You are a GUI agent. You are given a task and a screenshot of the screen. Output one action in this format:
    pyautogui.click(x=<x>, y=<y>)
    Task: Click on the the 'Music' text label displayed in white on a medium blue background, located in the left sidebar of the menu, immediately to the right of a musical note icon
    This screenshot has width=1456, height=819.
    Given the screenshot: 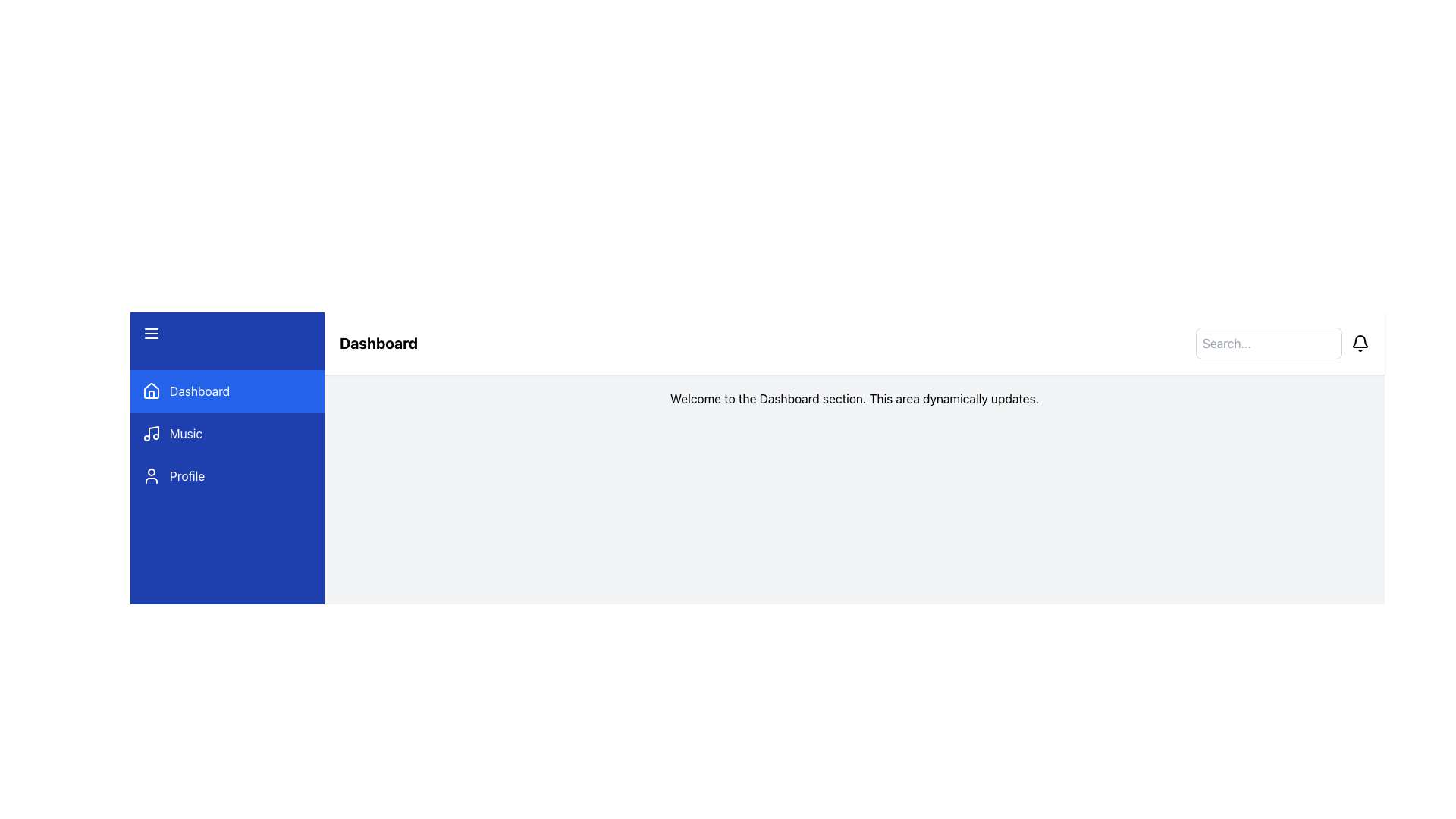 What is the action you would take?
    pyautogui.click(x=185, y=433)
    